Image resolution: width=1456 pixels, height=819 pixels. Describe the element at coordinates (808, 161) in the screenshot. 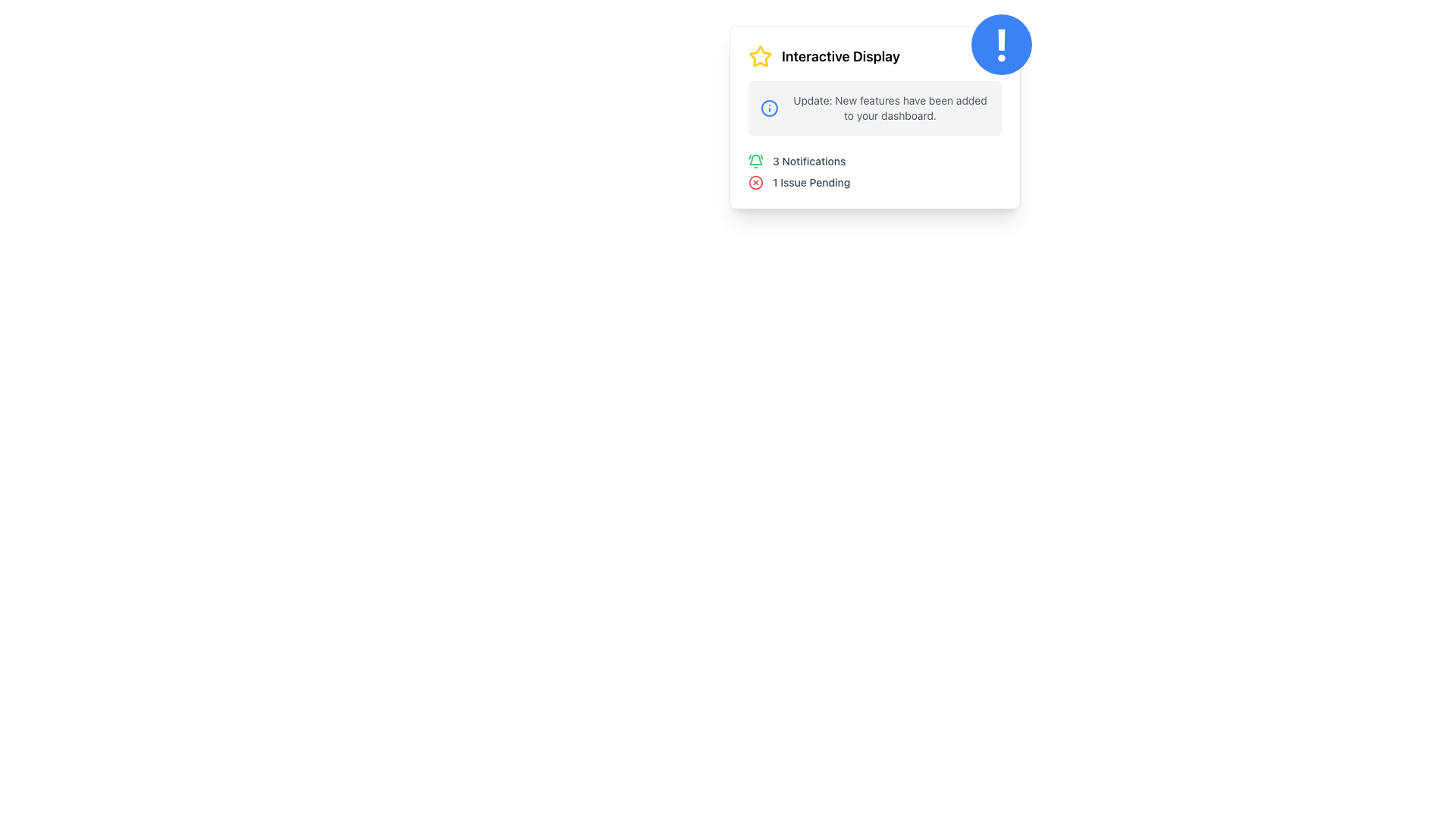

I see `text content displayed as '3 Notifications' in the notification panel, styled in gray with medium font weight` at that location.